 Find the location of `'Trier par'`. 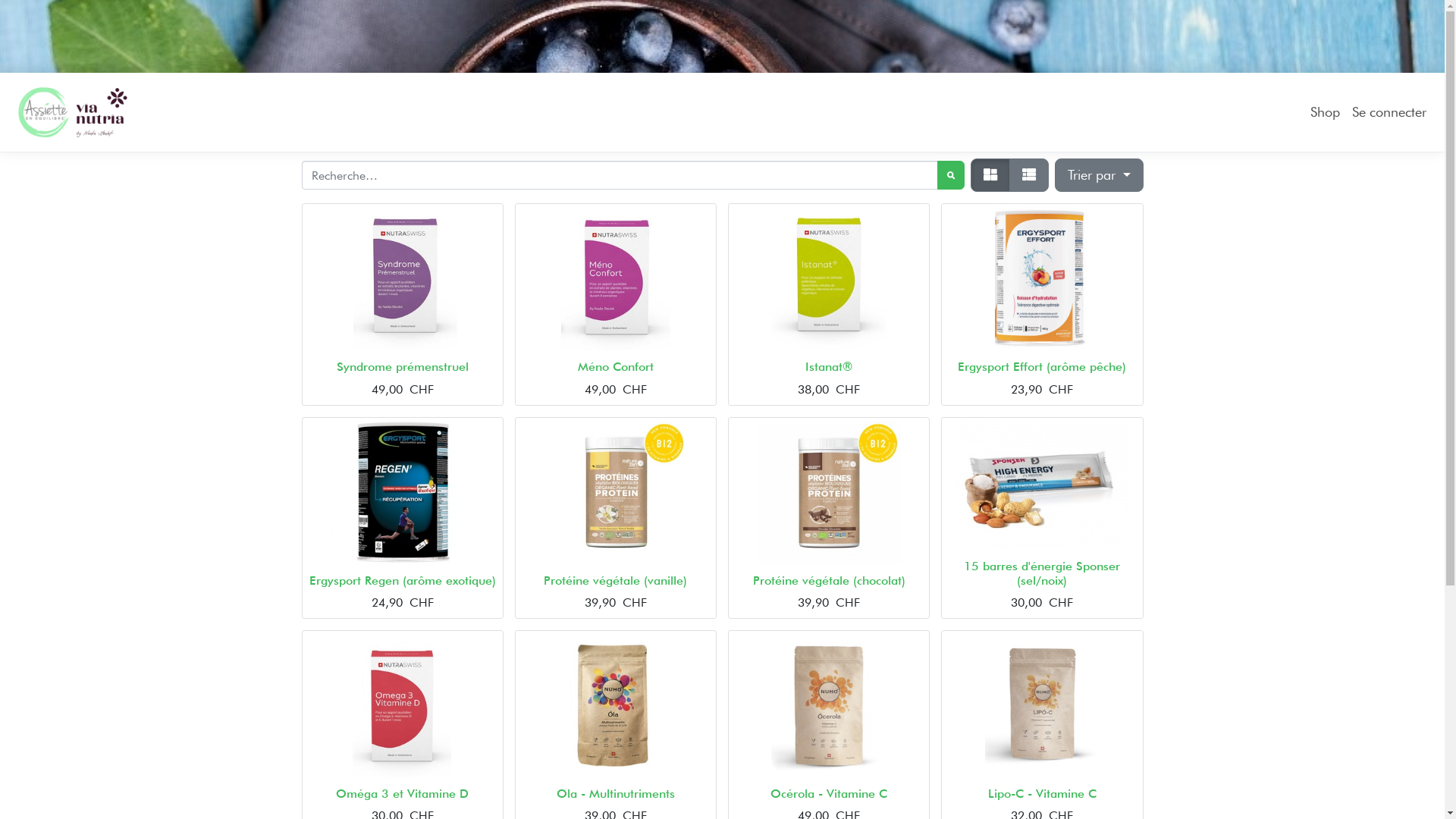

'Trier par' is located at coordinates (1099, 174).